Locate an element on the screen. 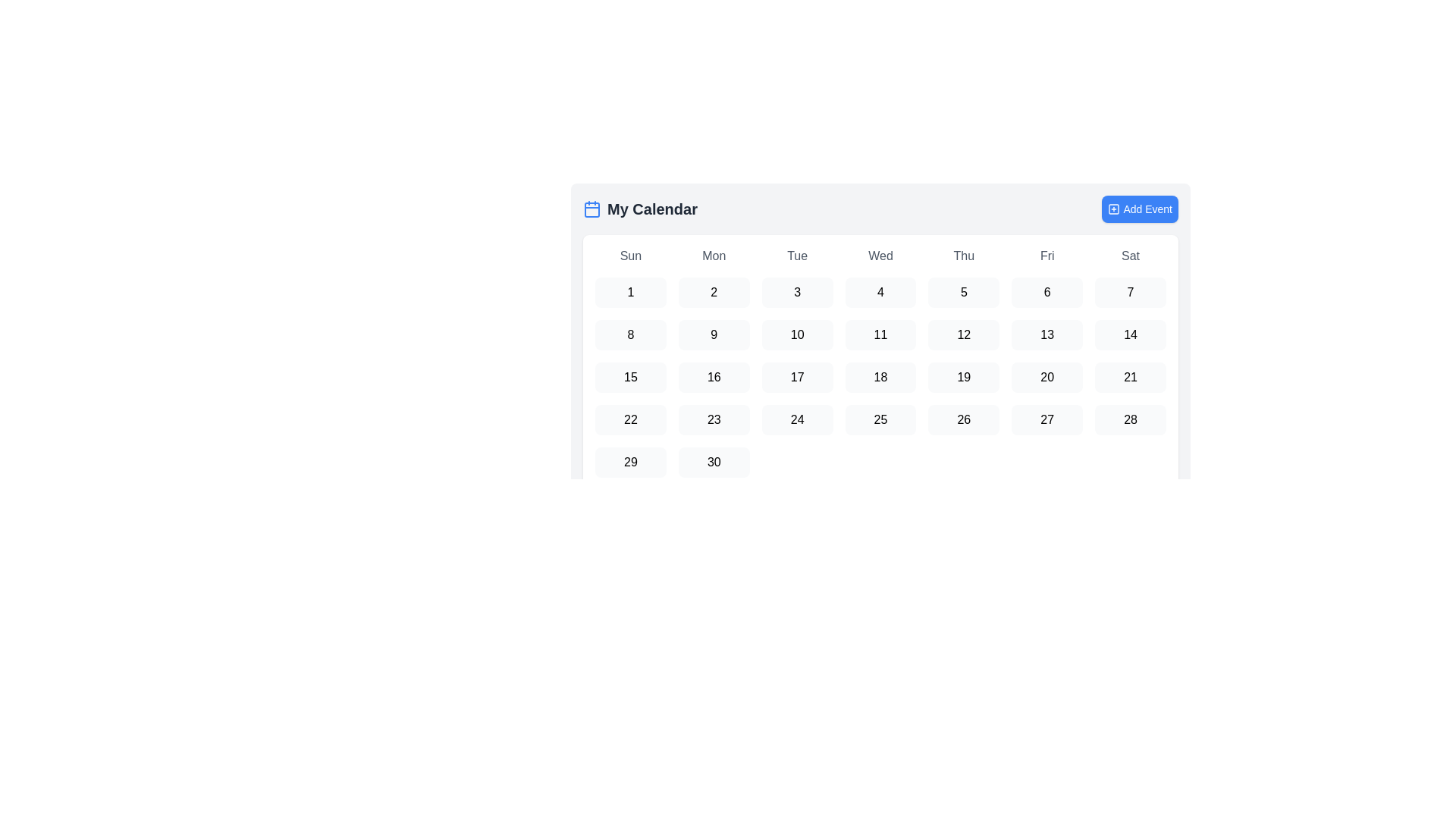  the text label displaying 'Sun' in a small gray font, which is the first entry in a row of weekday labels in the weekly calendar layout is located at coordinates (630, 256).